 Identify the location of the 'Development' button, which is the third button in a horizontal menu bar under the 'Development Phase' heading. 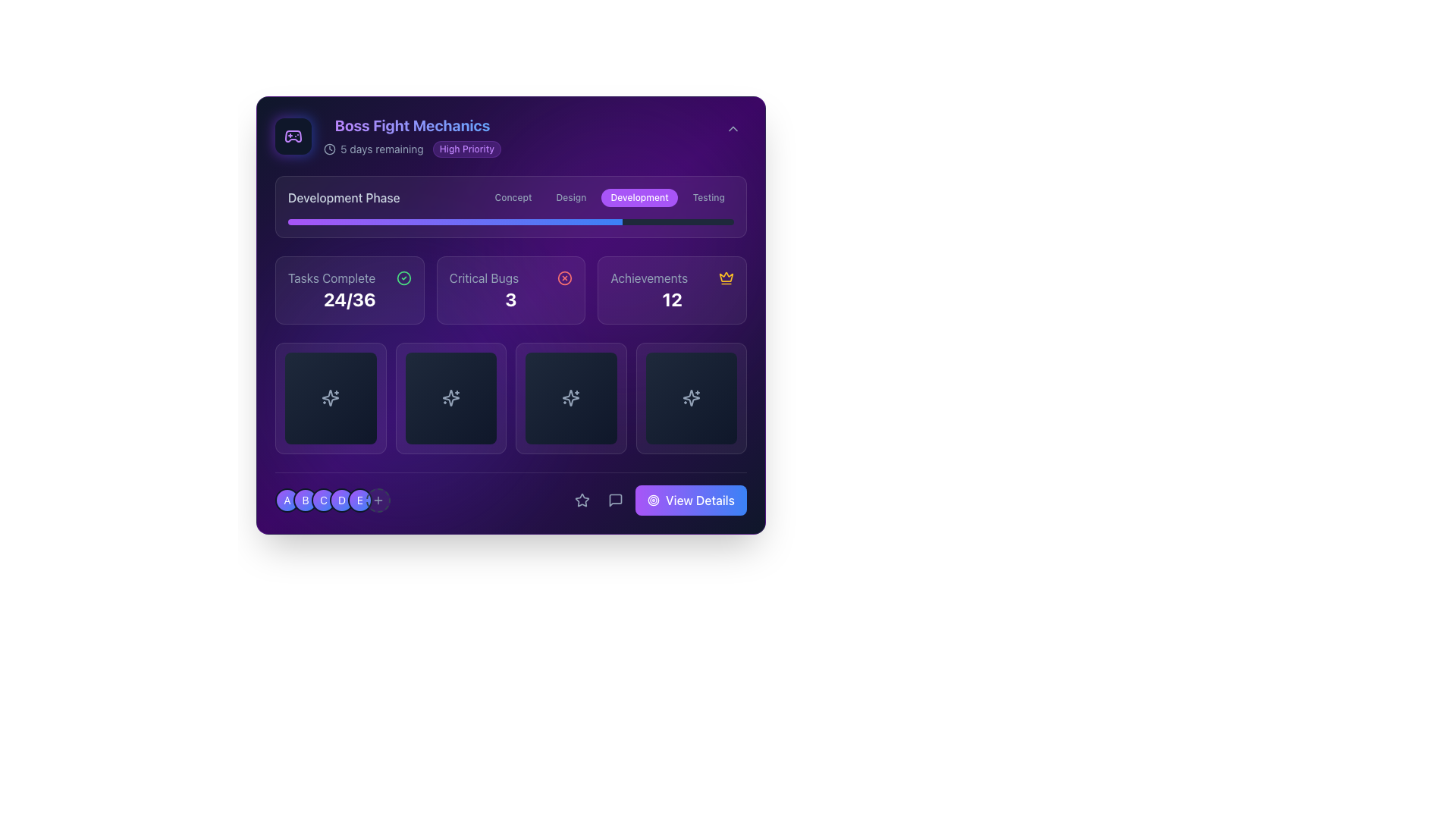
(610, 197).